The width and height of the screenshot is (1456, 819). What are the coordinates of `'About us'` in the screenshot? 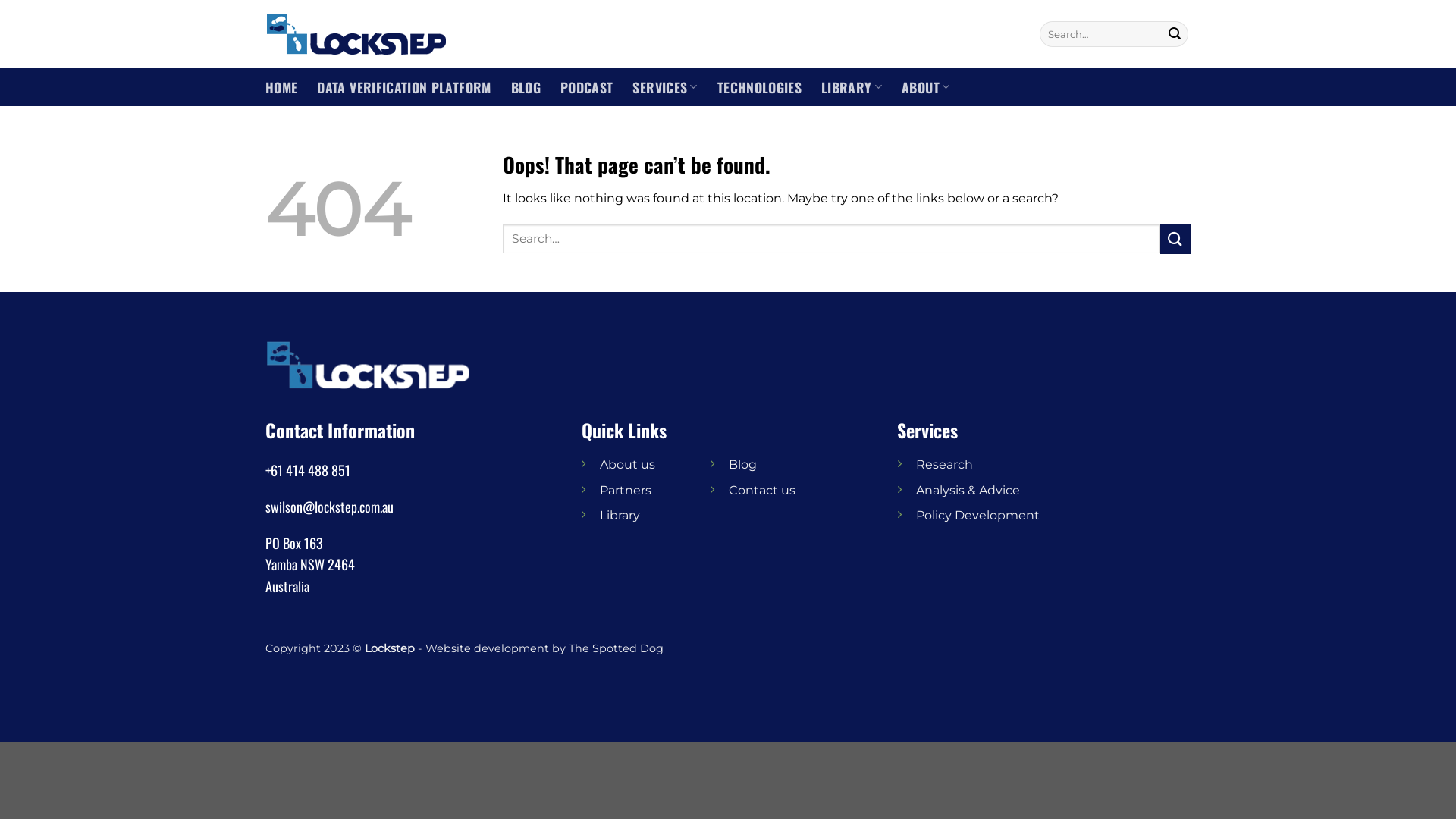 It's located at (627, 463).